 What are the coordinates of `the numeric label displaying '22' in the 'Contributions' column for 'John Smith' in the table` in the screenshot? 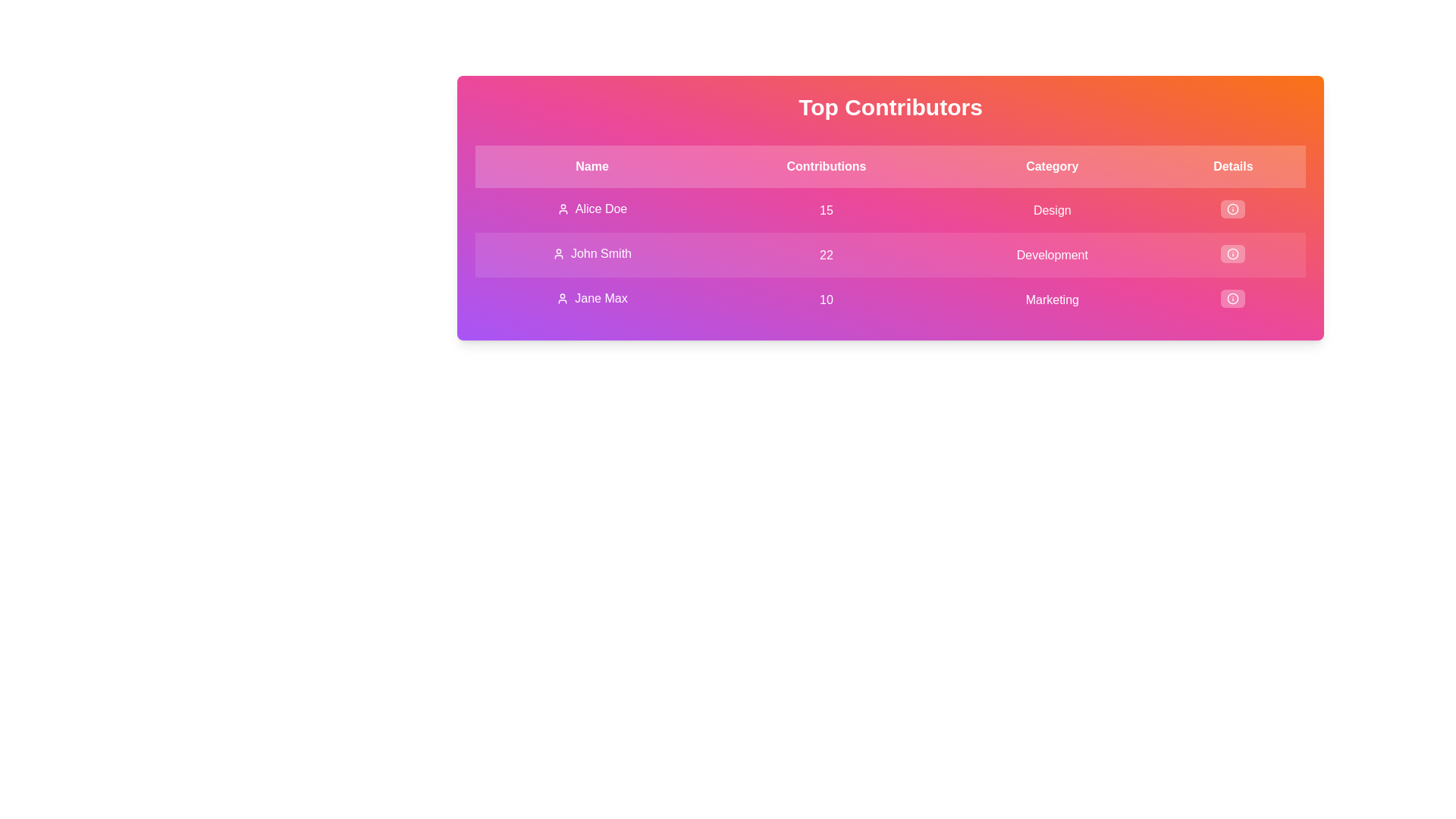 It's located at (825, 254).